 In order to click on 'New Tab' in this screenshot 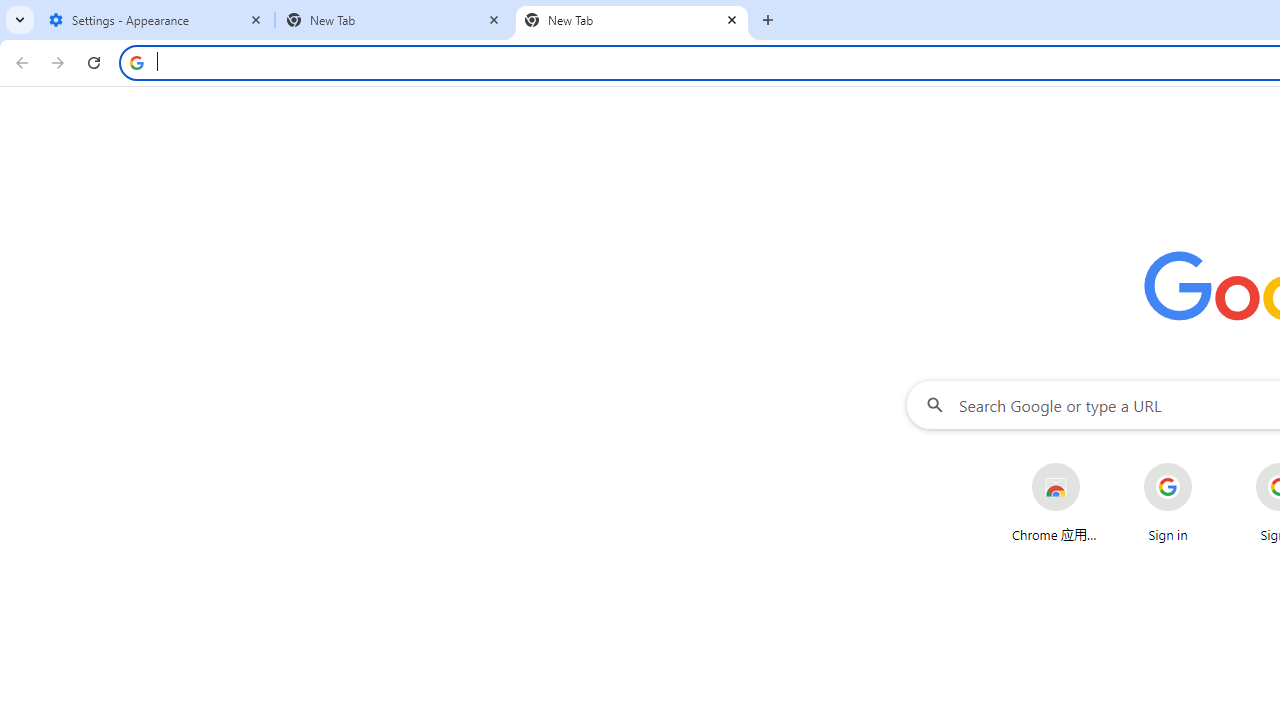, I will do `click(631, 20)`.